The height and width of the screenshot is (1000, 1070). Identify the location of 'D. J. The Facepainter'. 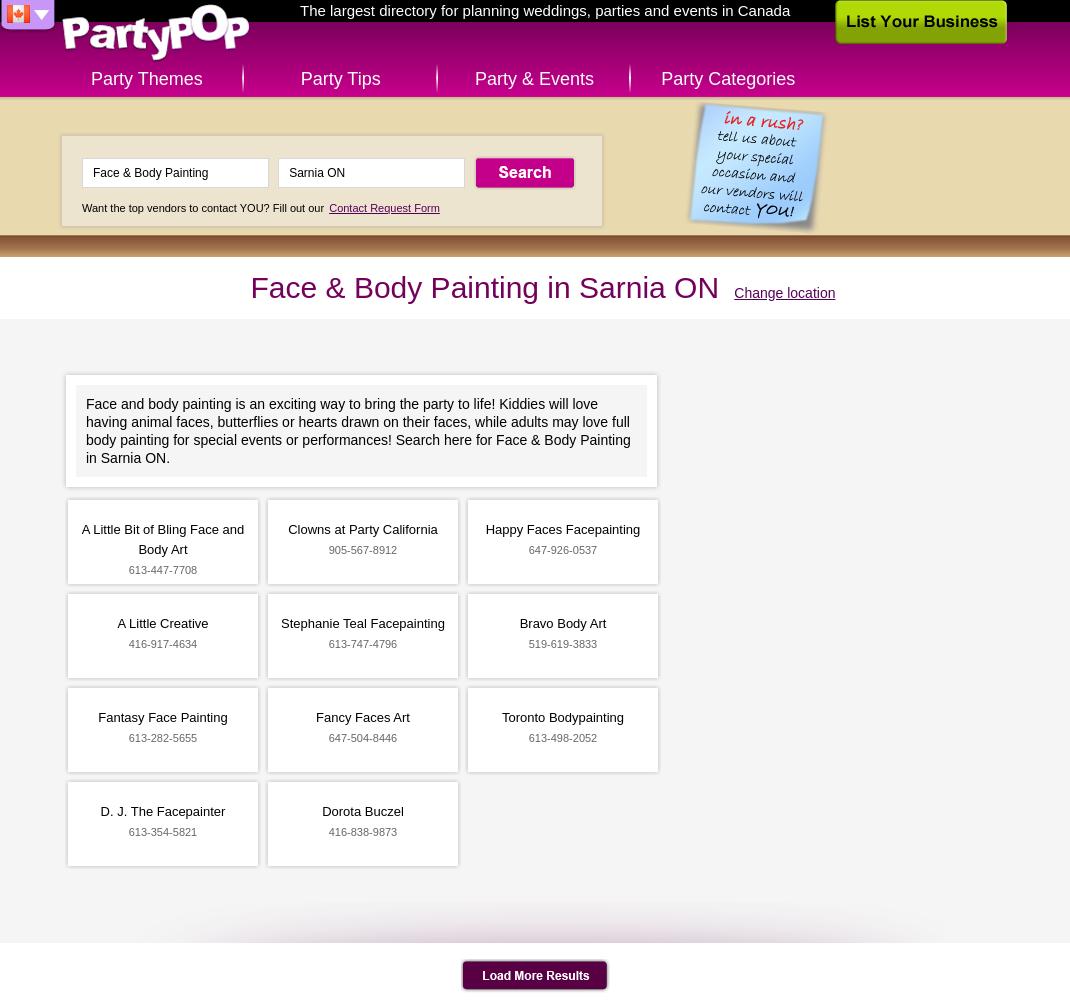
(162, 811).